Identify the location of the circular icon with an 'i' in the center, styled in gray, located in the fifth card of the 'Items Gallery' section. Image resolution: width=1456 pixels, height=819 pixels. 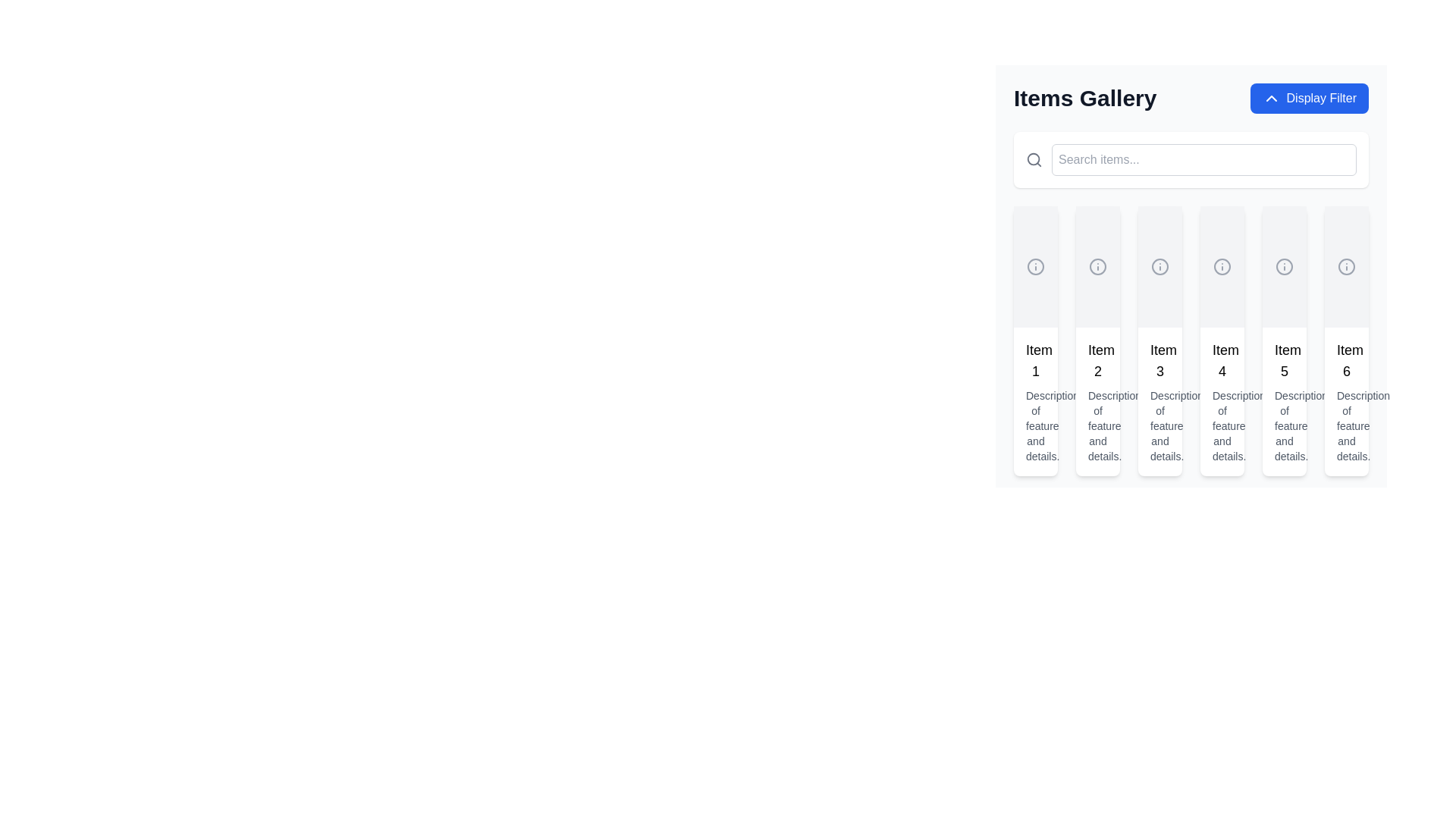
(1284, 265).